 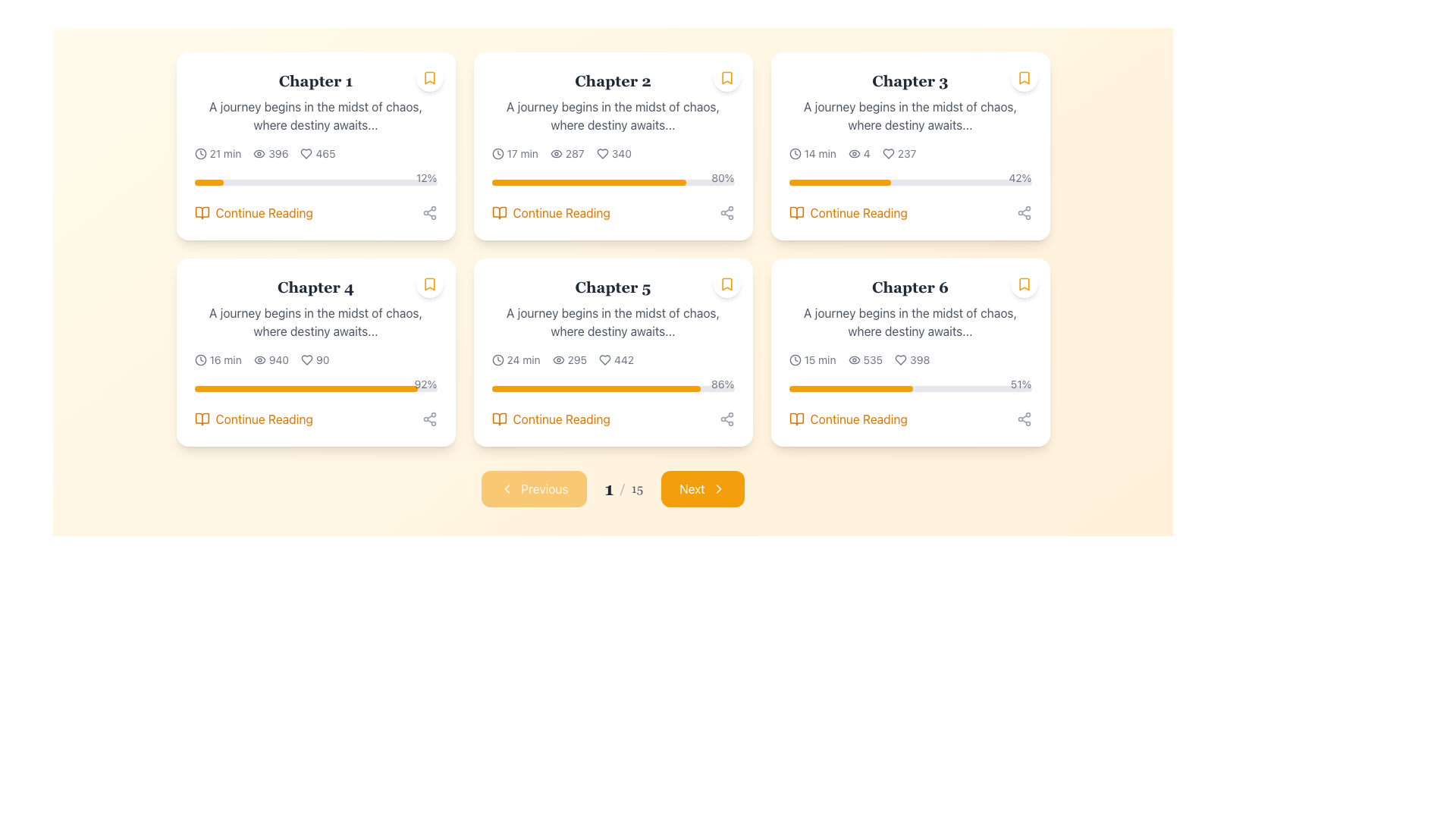 I want to click on the text label serving as a title for the second card, so click(x=613, y=81).